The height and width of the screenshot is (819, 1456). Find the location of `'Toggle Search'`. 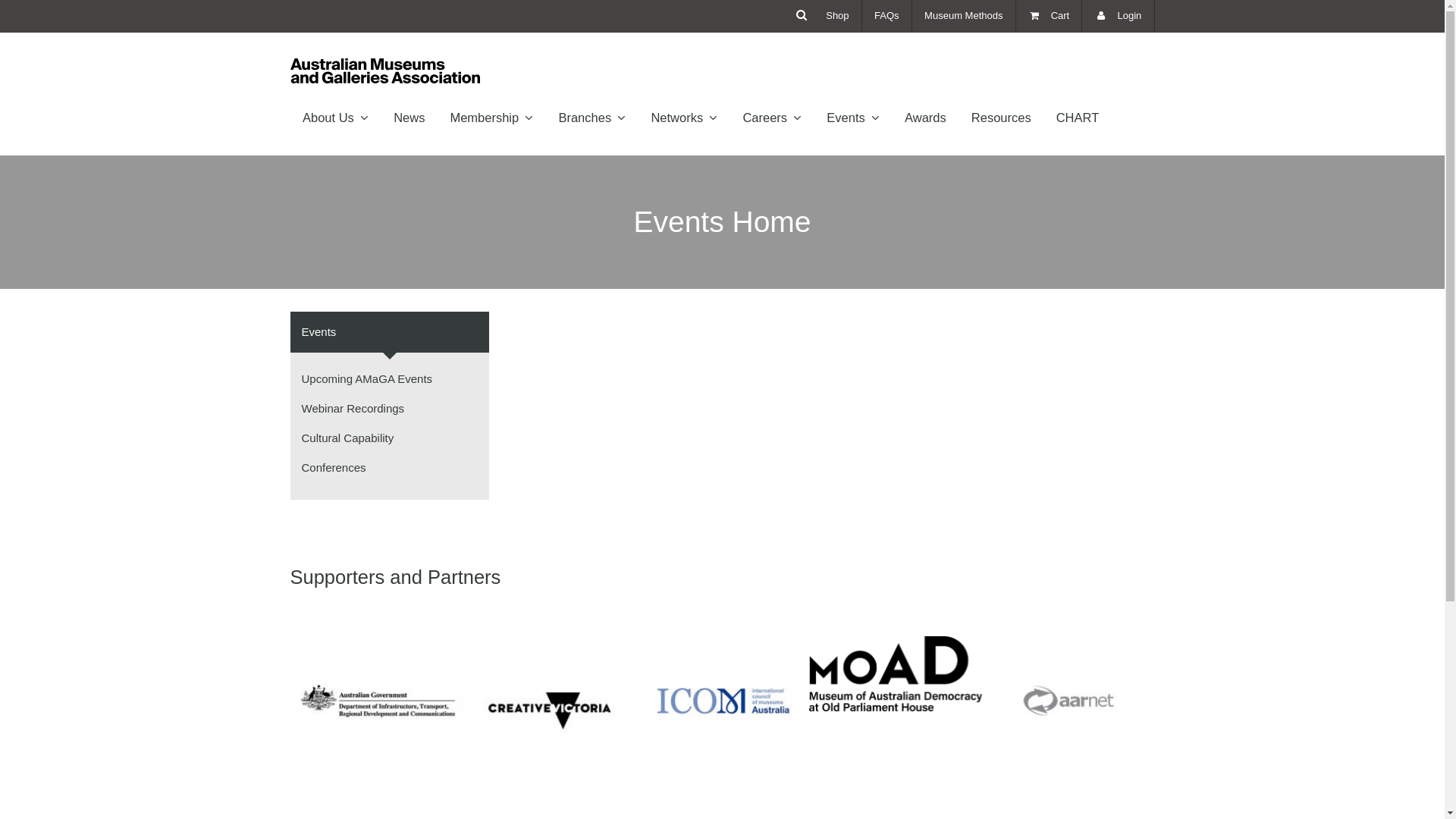

'Toggle Search' is located at coordinates (801, 14).